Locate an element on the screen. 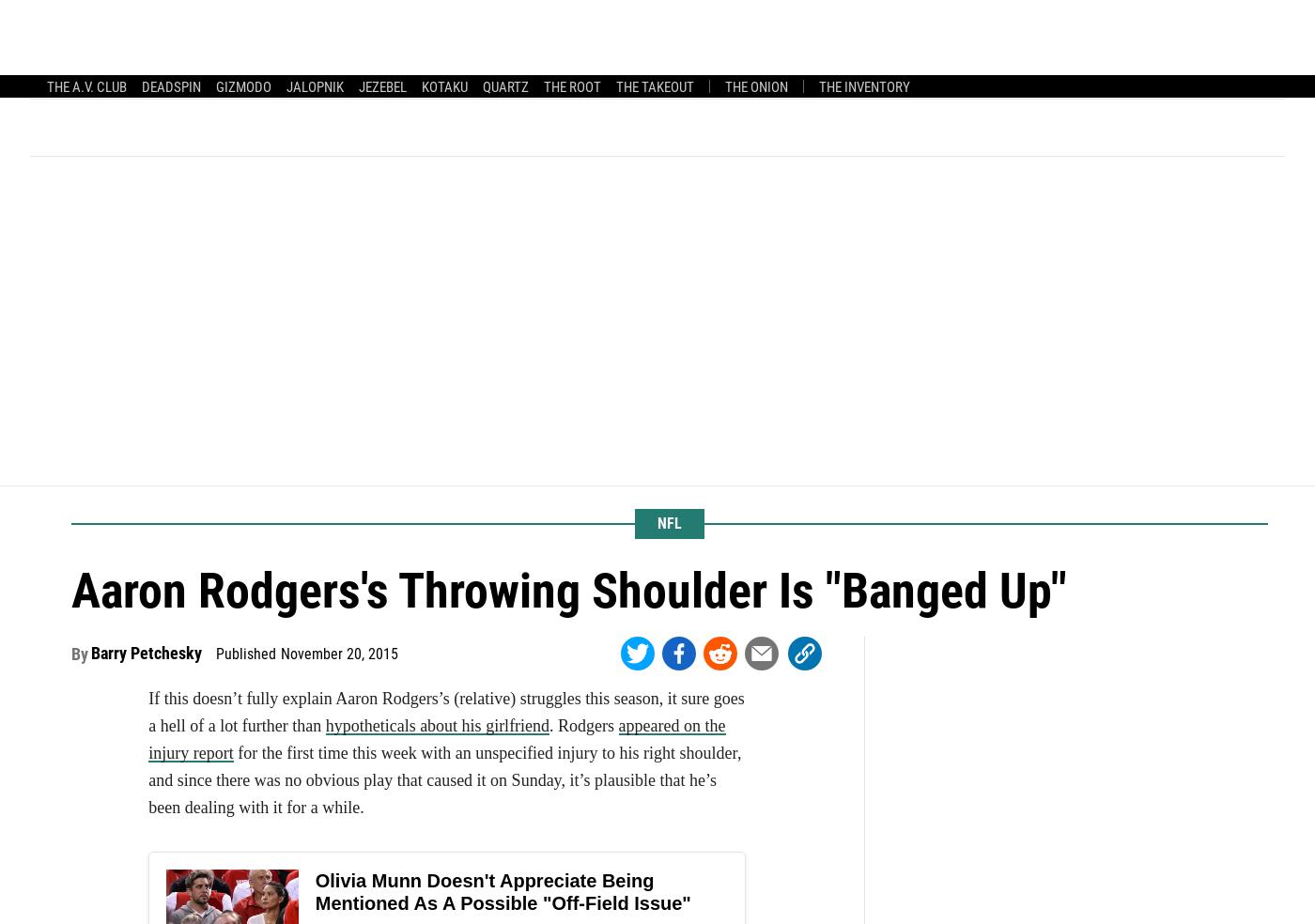 This screenshot has height=924, width=1315. 'Latest' is located at coordinates (381, 31).